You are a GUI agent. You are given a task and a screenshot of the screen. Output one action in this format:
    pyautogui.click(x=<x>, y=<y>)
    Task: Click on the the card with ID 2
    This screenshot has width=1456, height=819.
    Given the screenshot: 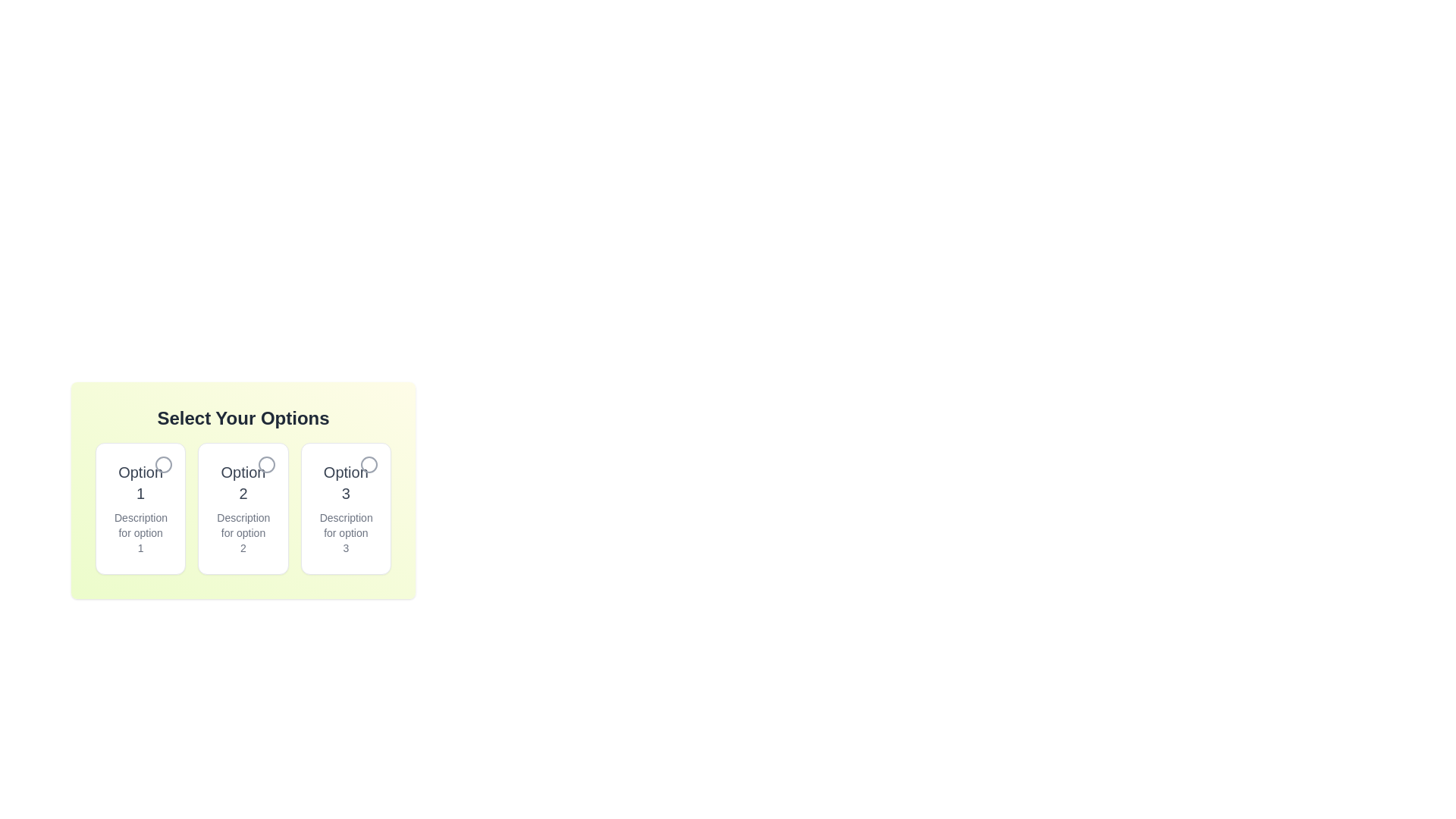 What is the action you would take?
    pyautogui.click(x=243, y=509)
    